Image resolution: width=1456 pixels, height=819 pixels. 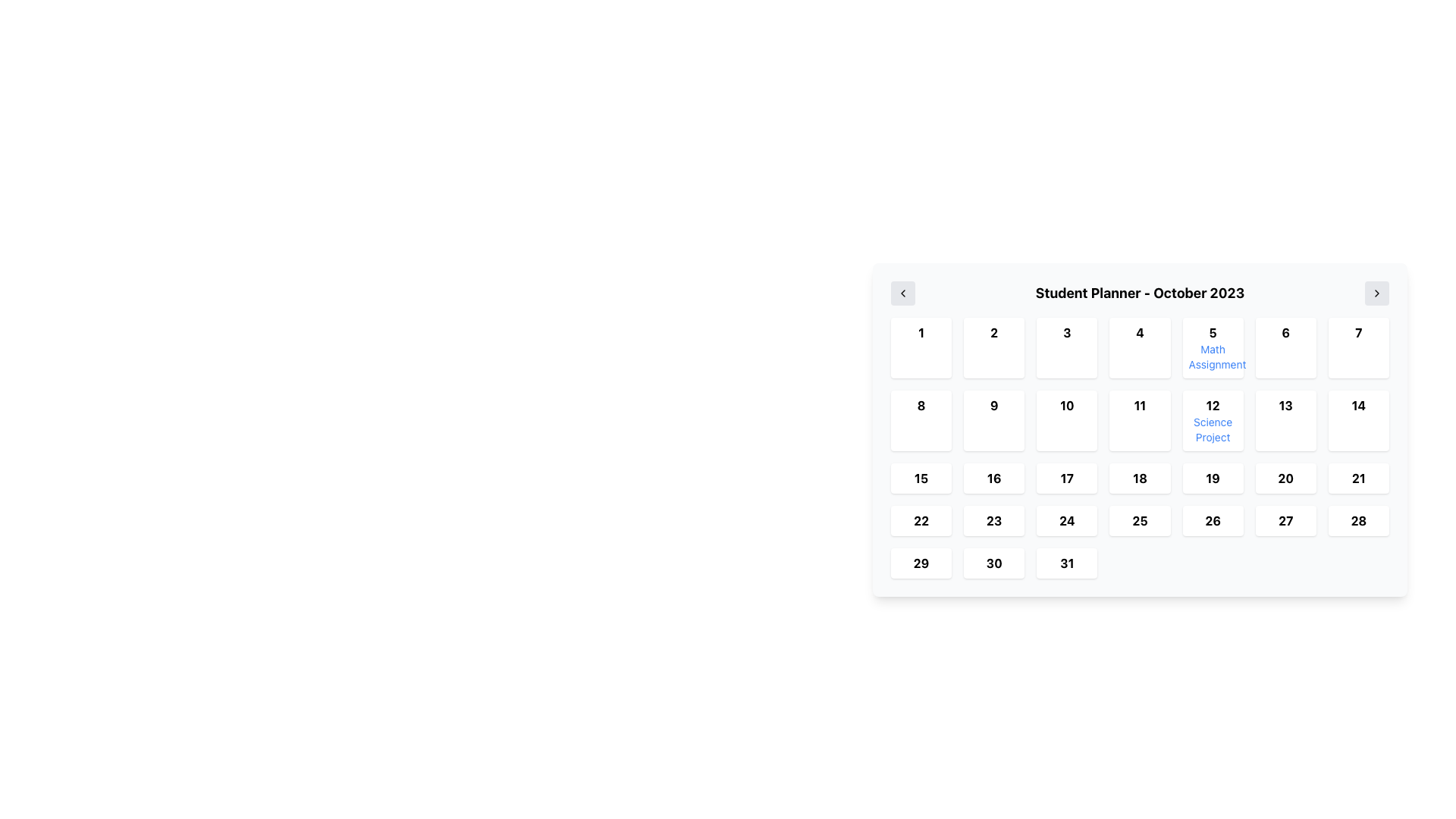 I want to click on the Calendar date box displaying the number '10', so click(x=1066, y=421).